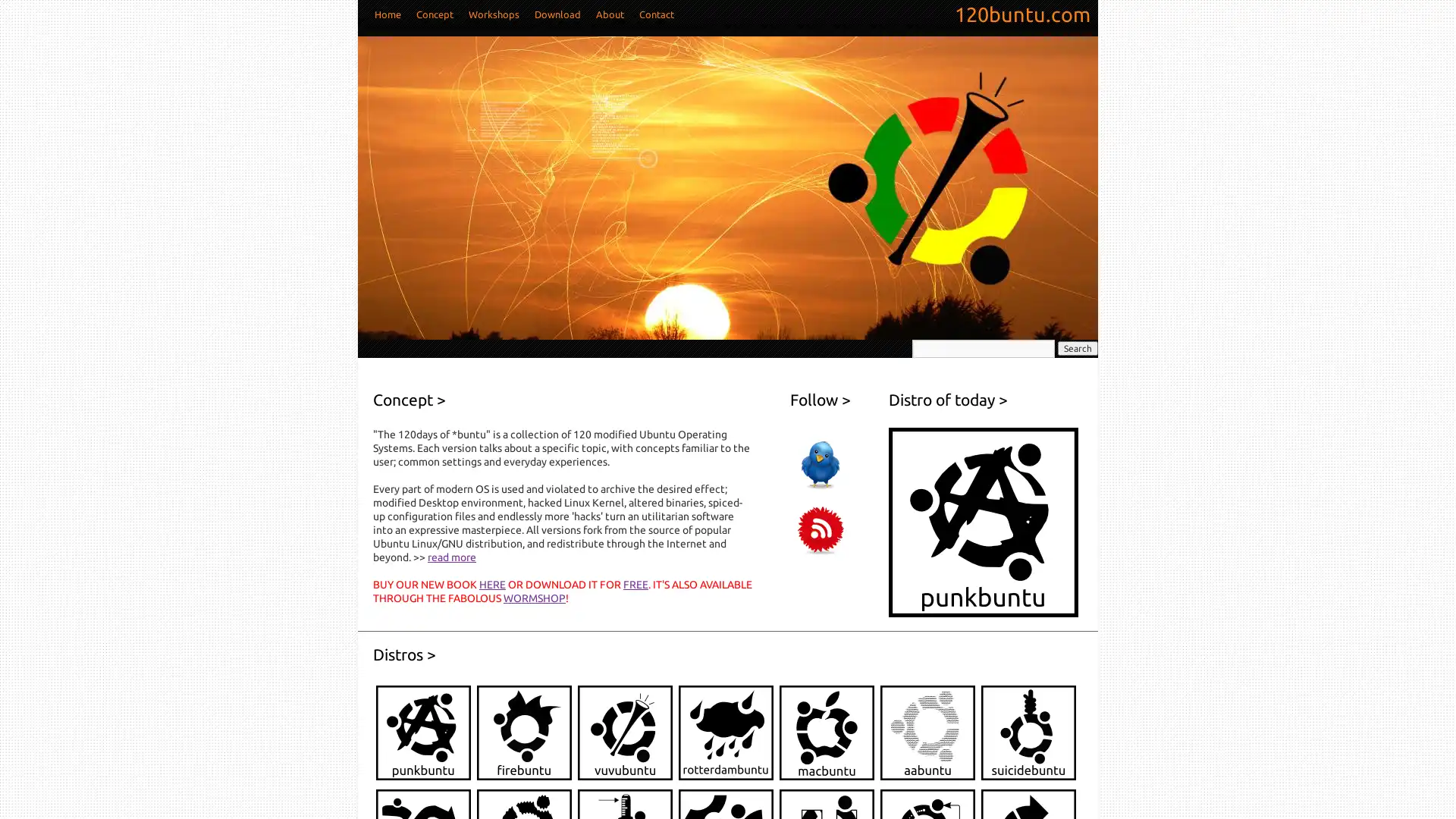 The image size is (1456, 819). I want to click on Search, so click(1077, 348).